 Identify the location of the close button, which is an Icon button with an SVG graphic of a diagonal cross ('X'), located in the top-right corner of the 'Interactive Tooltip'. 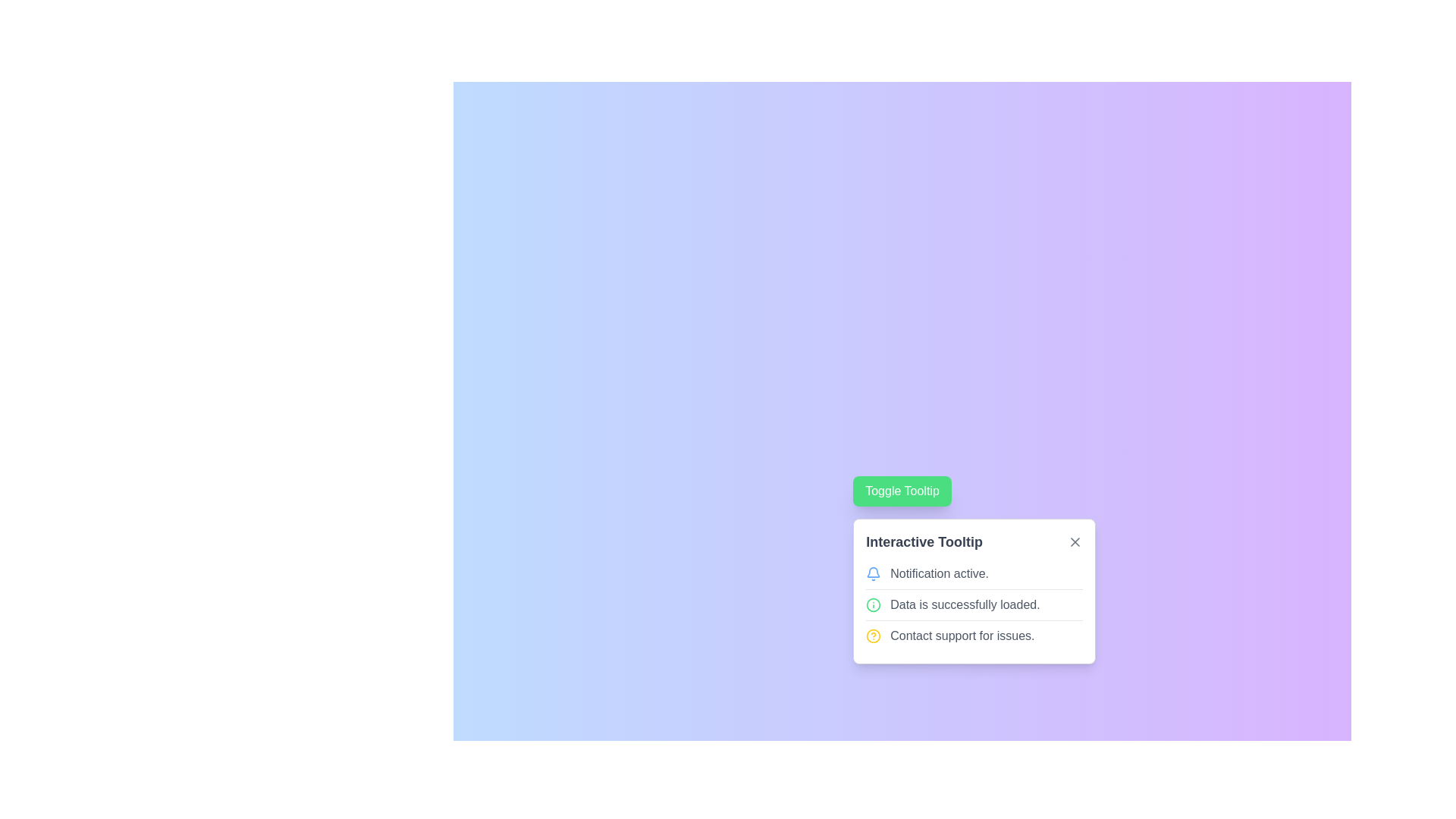
(1075, 541).